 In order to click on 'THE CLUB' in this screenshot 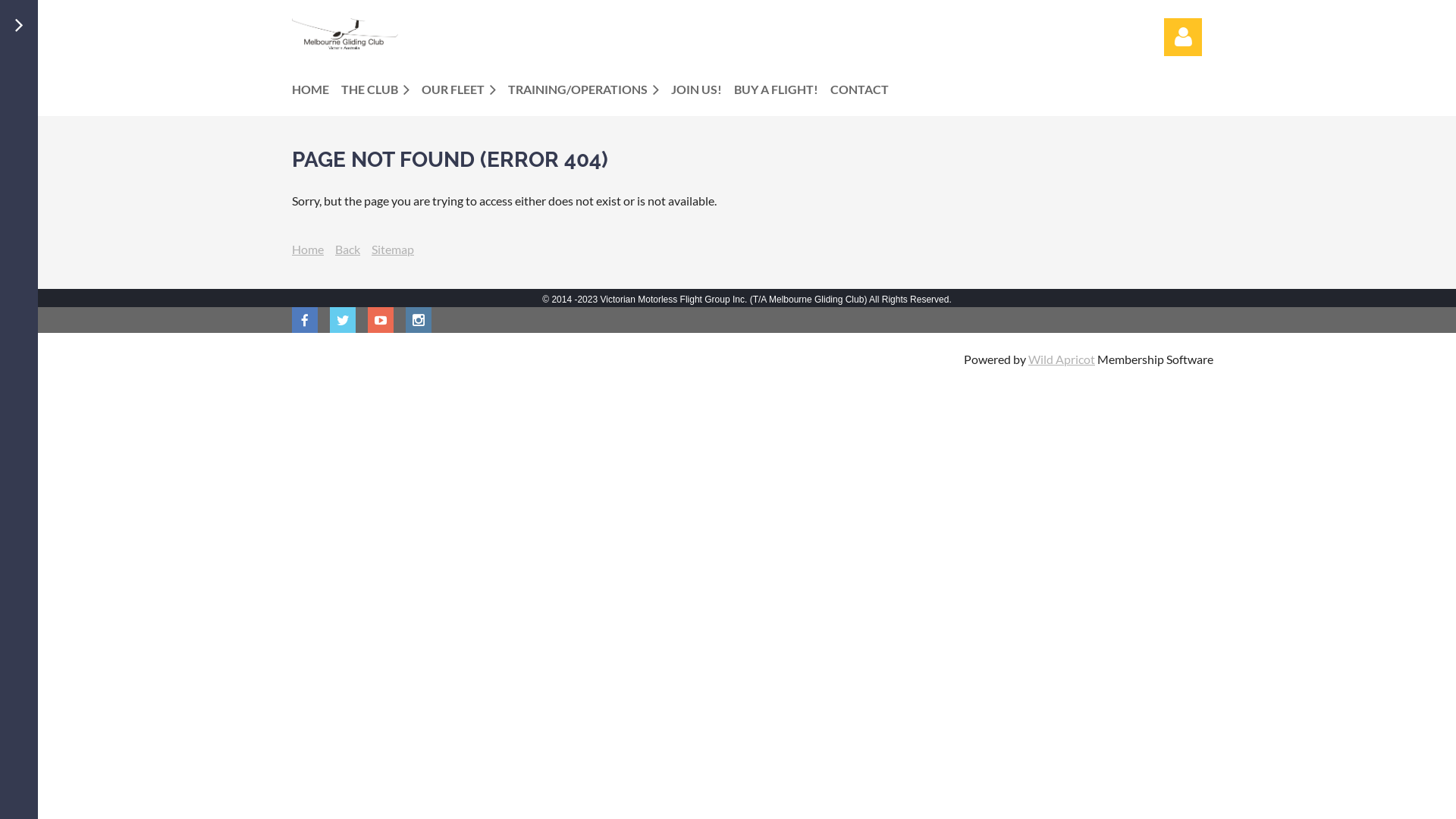, I will do `click(381, 89)`.